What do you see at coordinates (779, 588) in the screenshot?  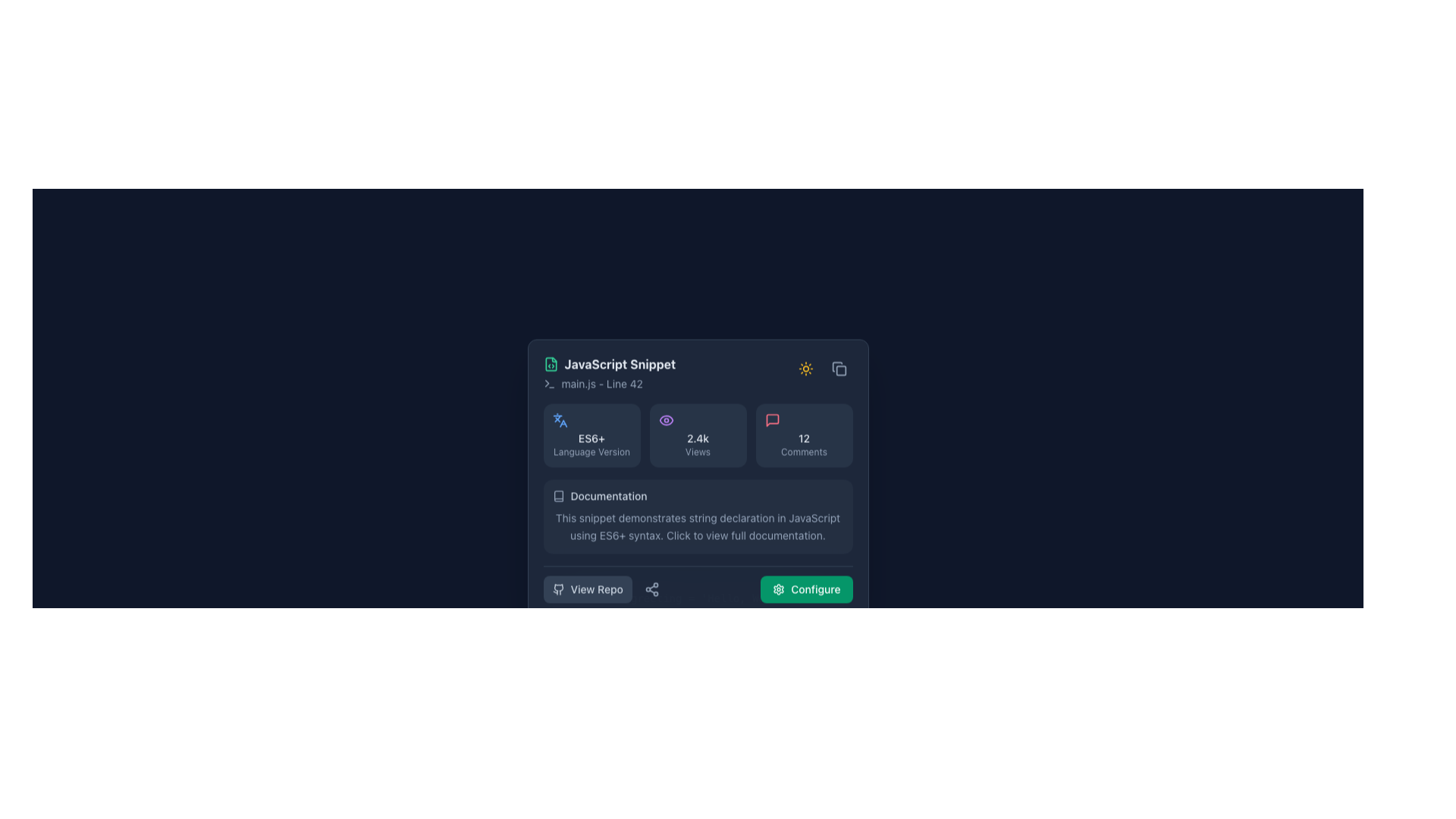 I see `the settings cogwheel icon located on the left side of the 'Configure' button, which is situated at the bottom-right corner of the card-like interface` at bounding box center [779, 588].